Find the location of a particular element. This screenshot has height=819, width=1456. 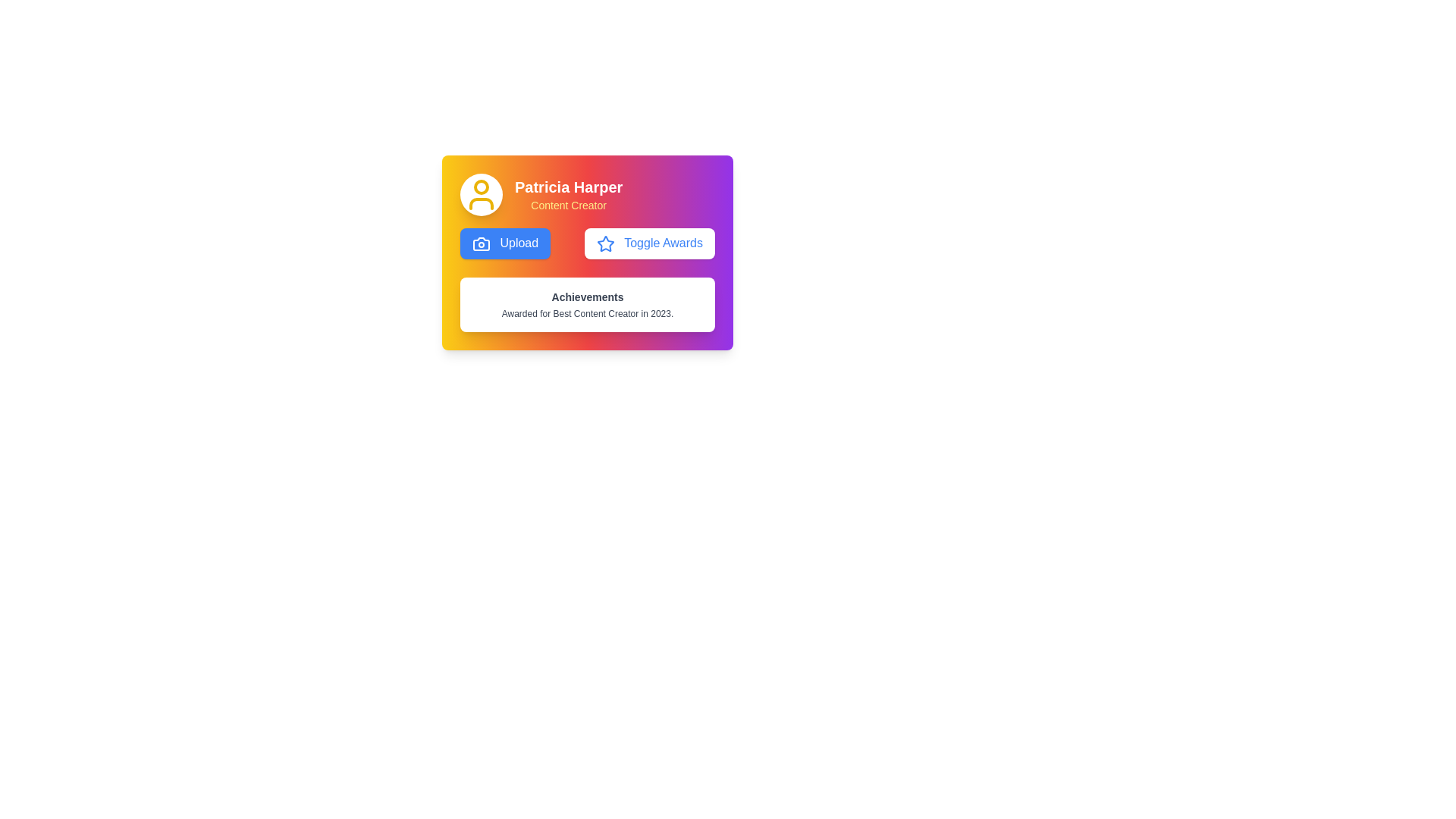

the star SVG icon is located at coordinates (605, 243).